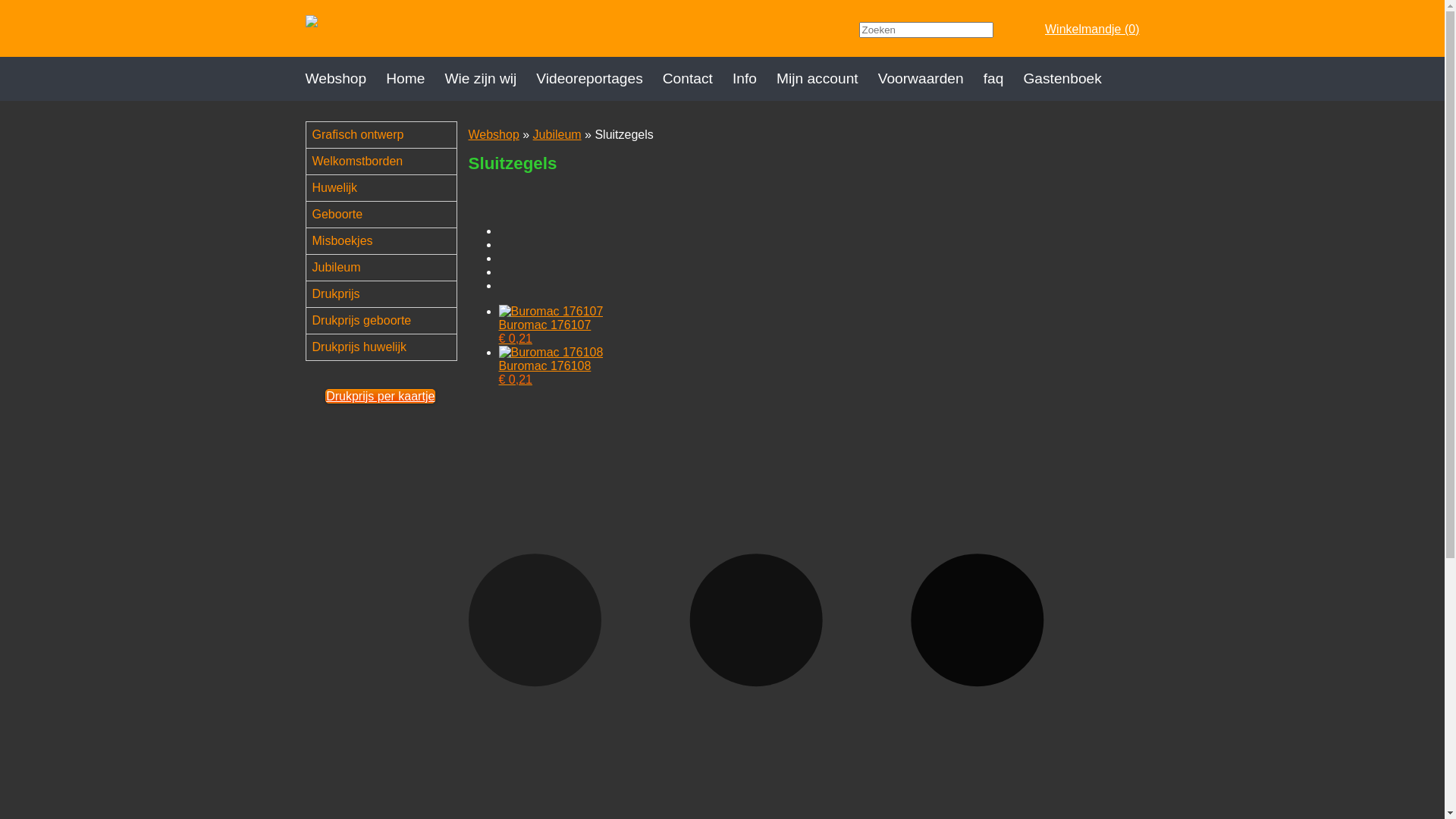 The image size is (1456, 819). What do you see at coordinates (1071, 79) in the screenshot?
I see `'Gastenboek'` at bounding box center [1071, 79].